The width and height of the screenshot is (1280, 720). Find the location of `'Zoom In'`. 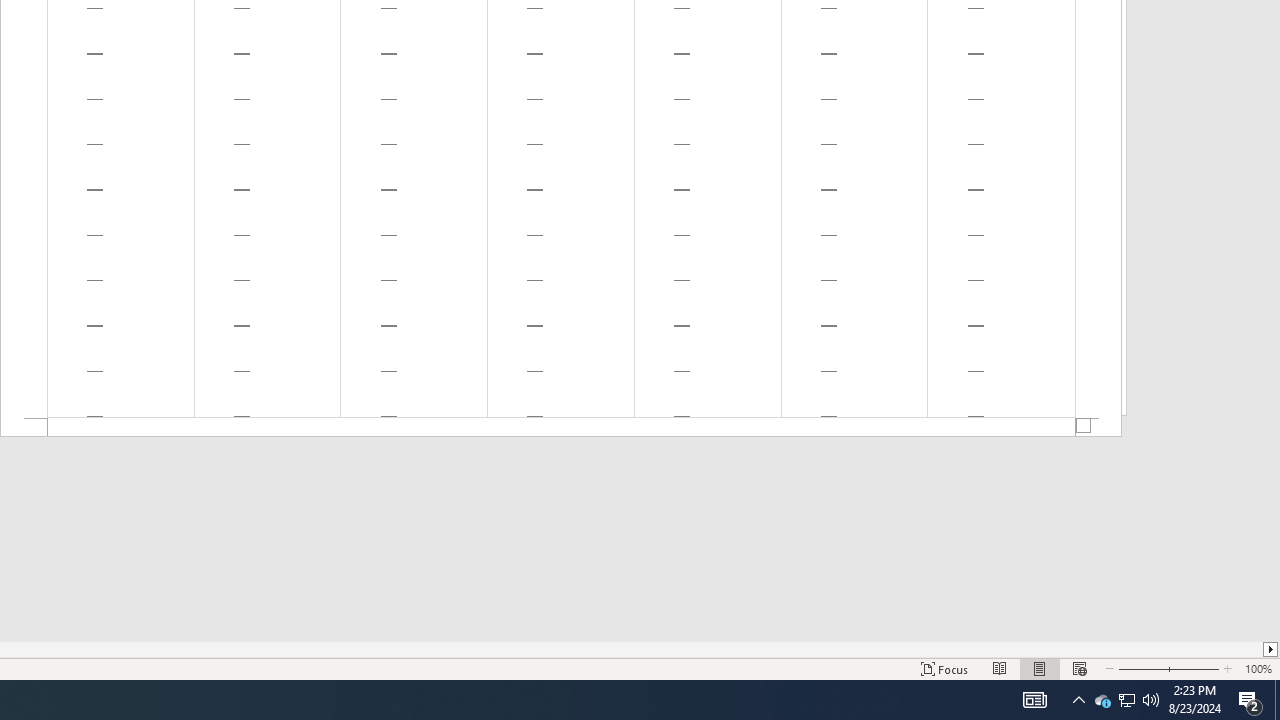

'Zoom In' is located at coordinates (1195, 669).